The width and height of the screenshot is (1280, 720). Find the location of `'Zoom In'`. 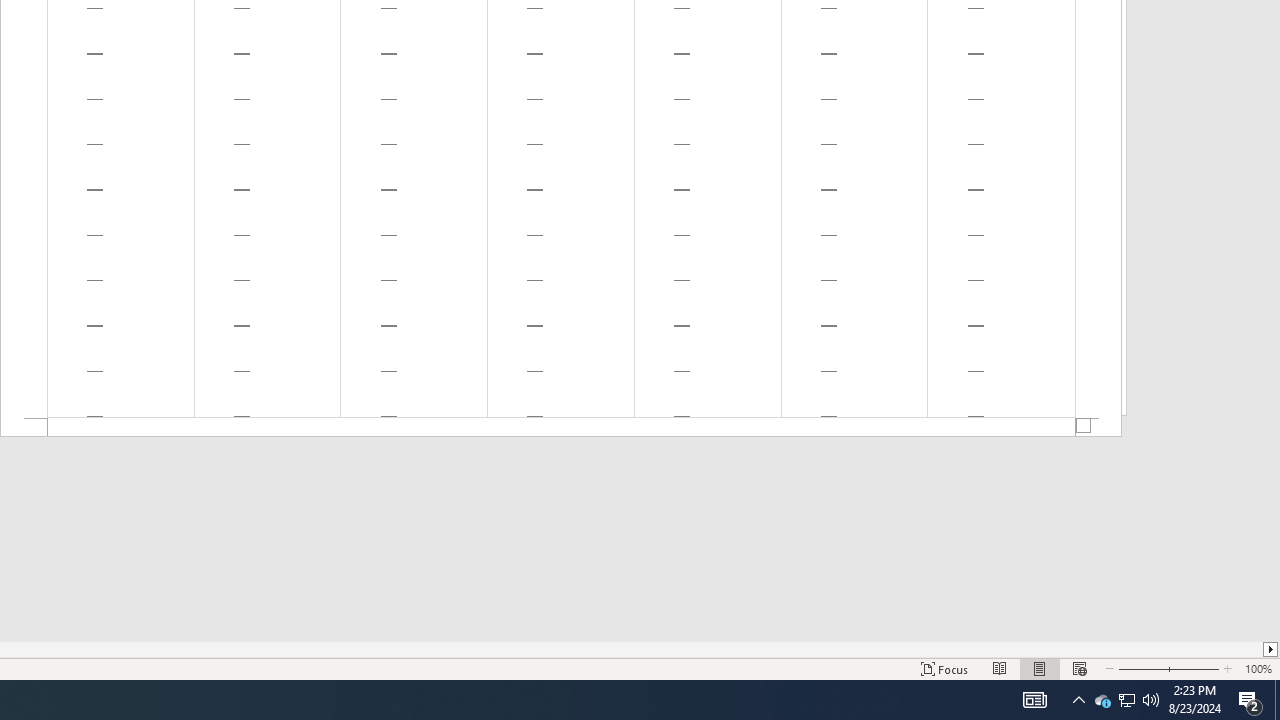

'Zoom In' is located at coordinates (1195, 669).